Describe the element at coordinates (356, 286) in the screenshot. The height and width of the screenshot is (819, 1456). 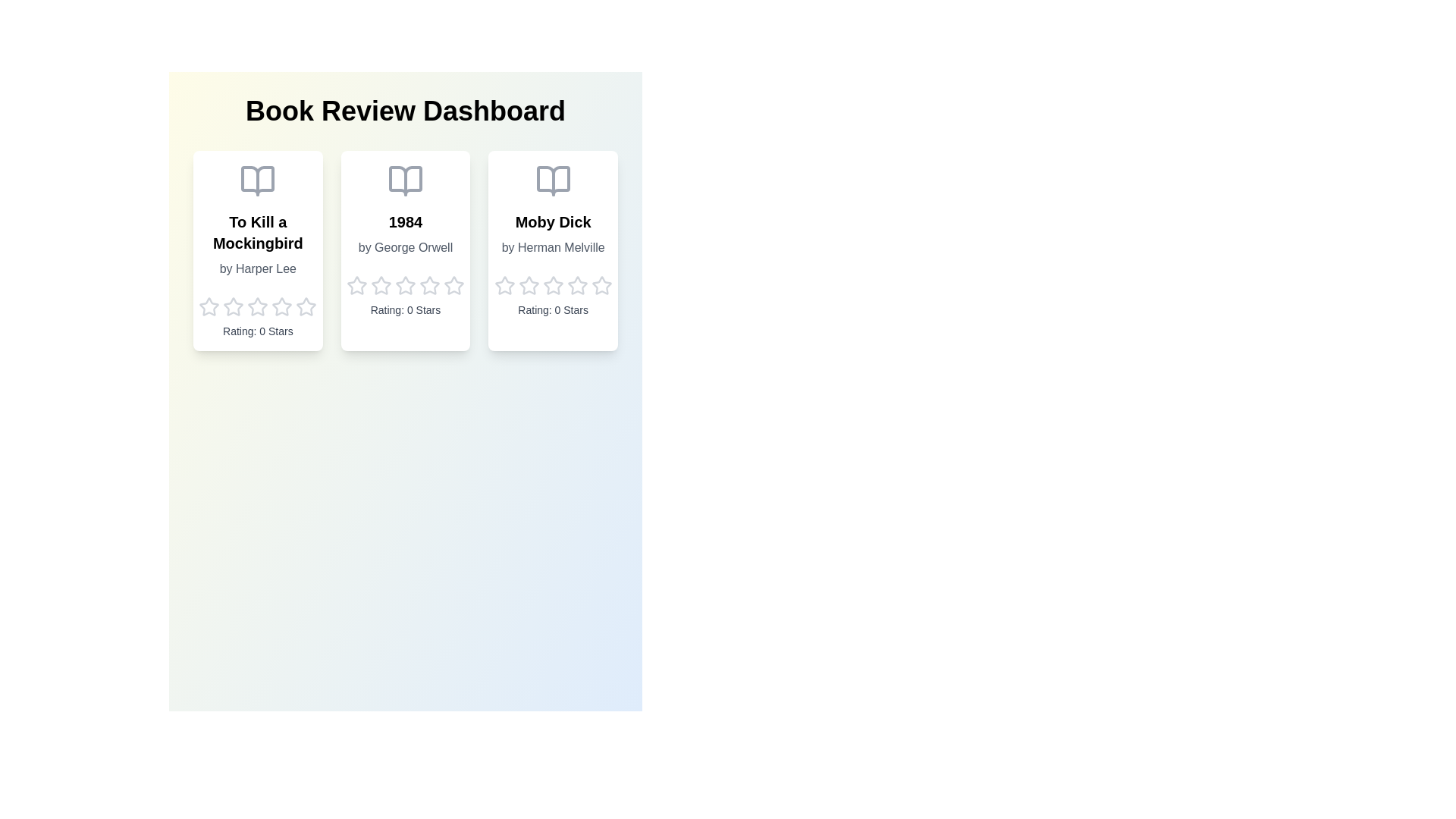
I see `the star icon corresponding to the rating 1 for the book 2` at that location.